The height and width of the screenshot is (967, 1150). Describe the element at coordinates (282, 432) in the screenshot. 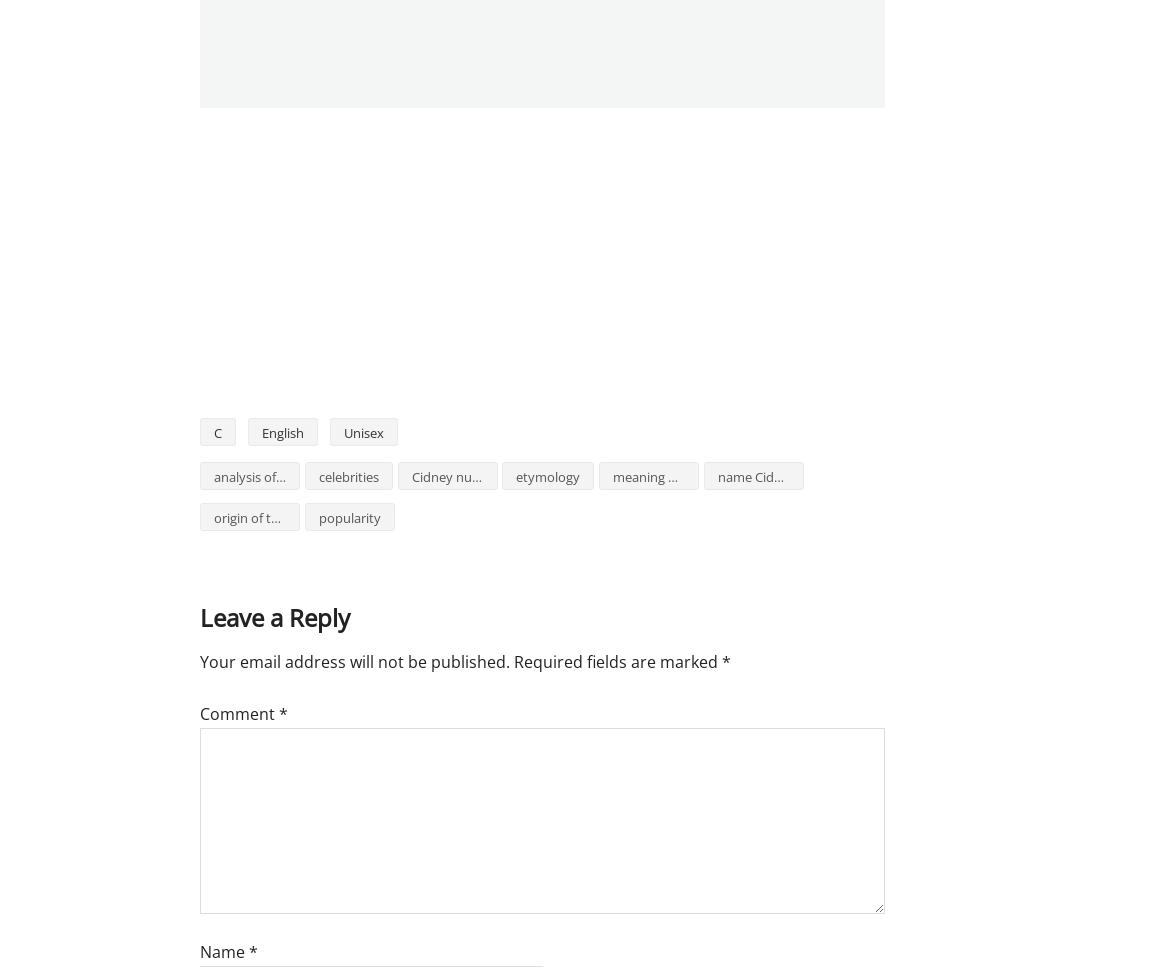

I see `'English'` at that location.